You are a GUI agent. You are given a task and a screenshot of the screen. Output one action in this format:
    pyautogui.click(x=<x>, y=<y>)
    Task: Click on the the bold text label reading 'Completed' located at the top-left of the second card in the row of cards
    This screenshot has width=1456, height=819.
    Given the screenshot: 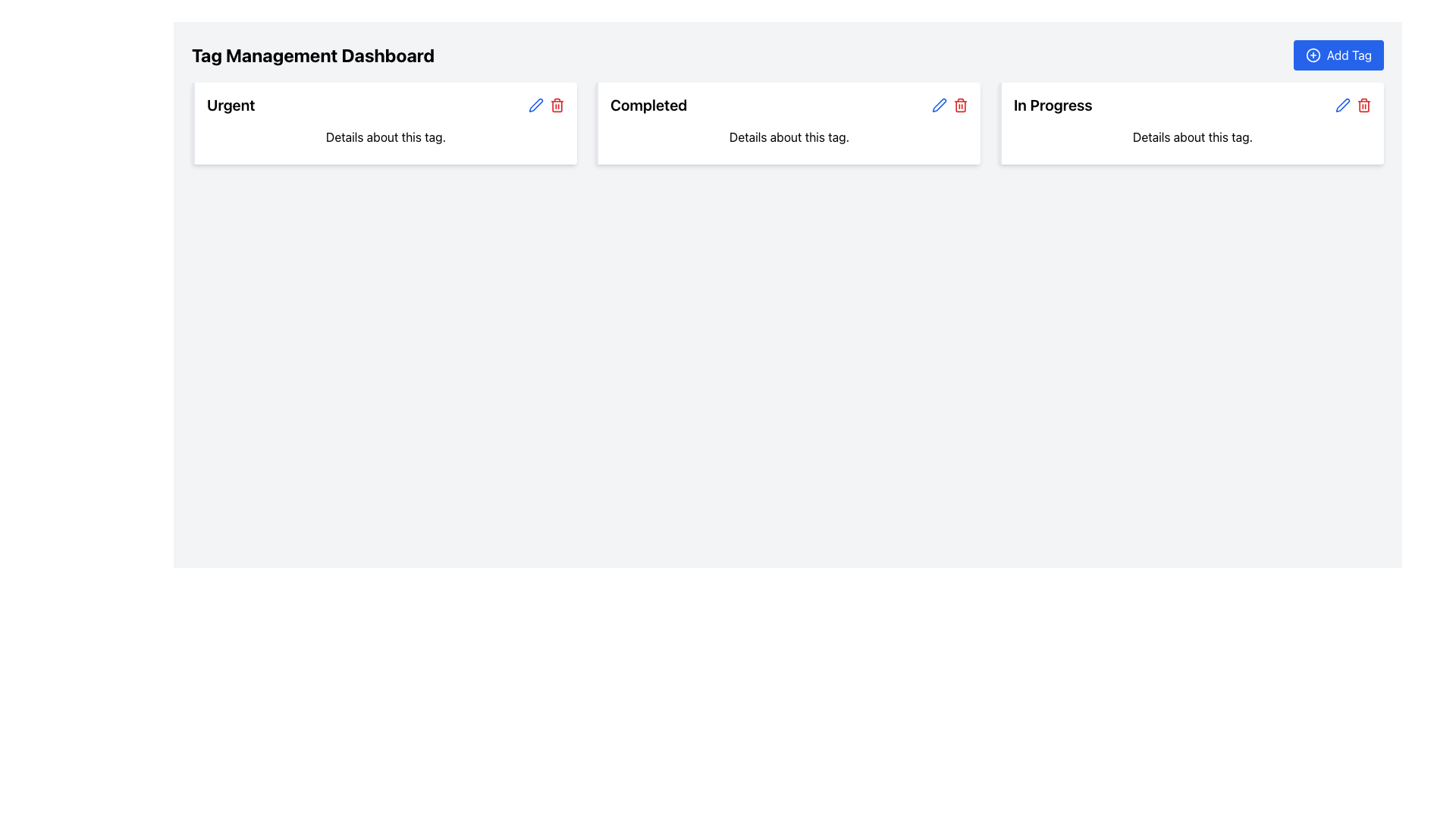 What is the action you would take?
    pyautogui.click(x=648, y=104)
    